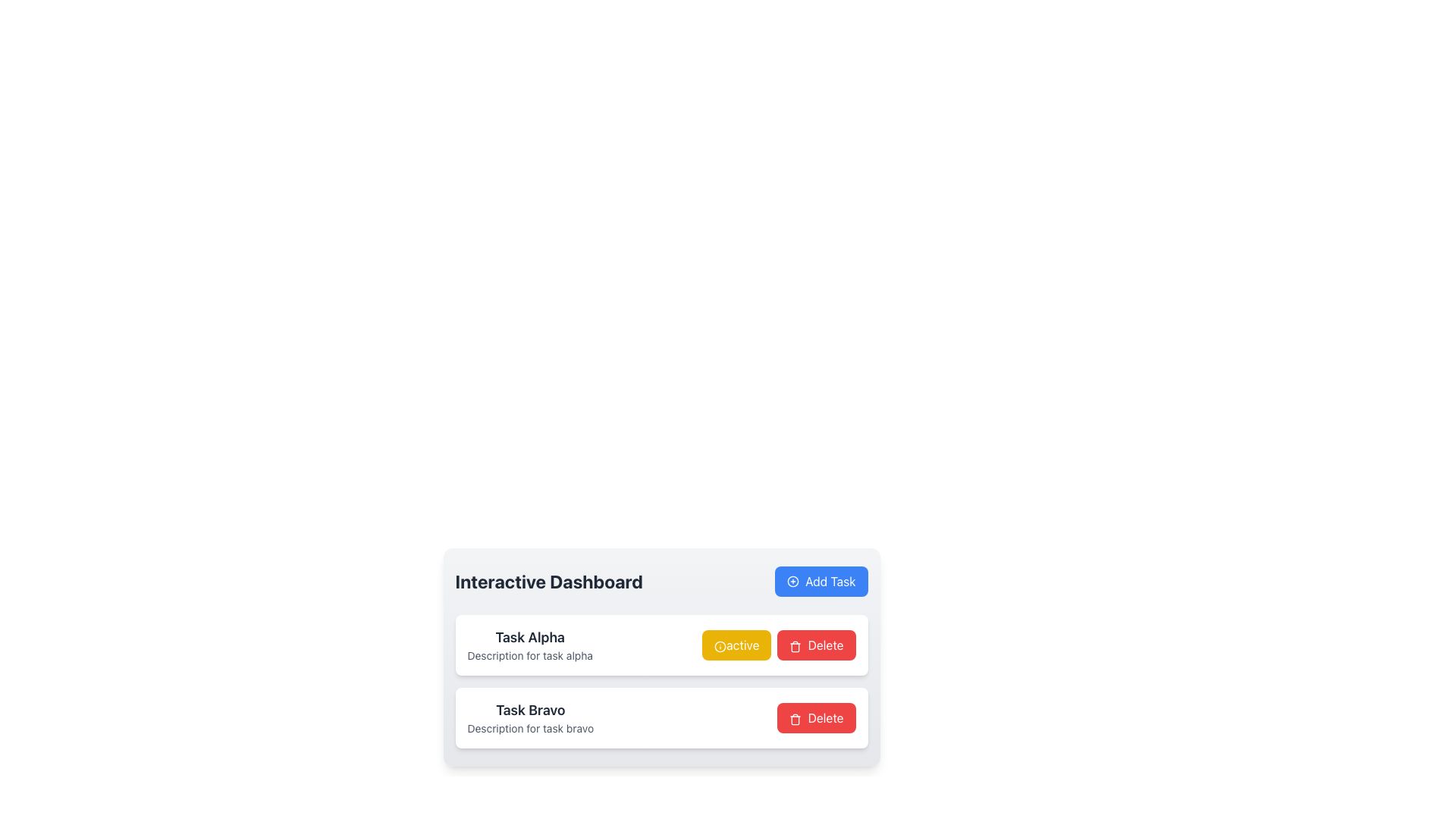 Image resolution: width=1456 pixels, height=819 pixels. What do you see at coordinates (815, 717) in the screenshot?
I see `the delete button located at the right side of the task row labeled 'Task Bravo' in the interactive dashboard` at bounding box center [815, 717].